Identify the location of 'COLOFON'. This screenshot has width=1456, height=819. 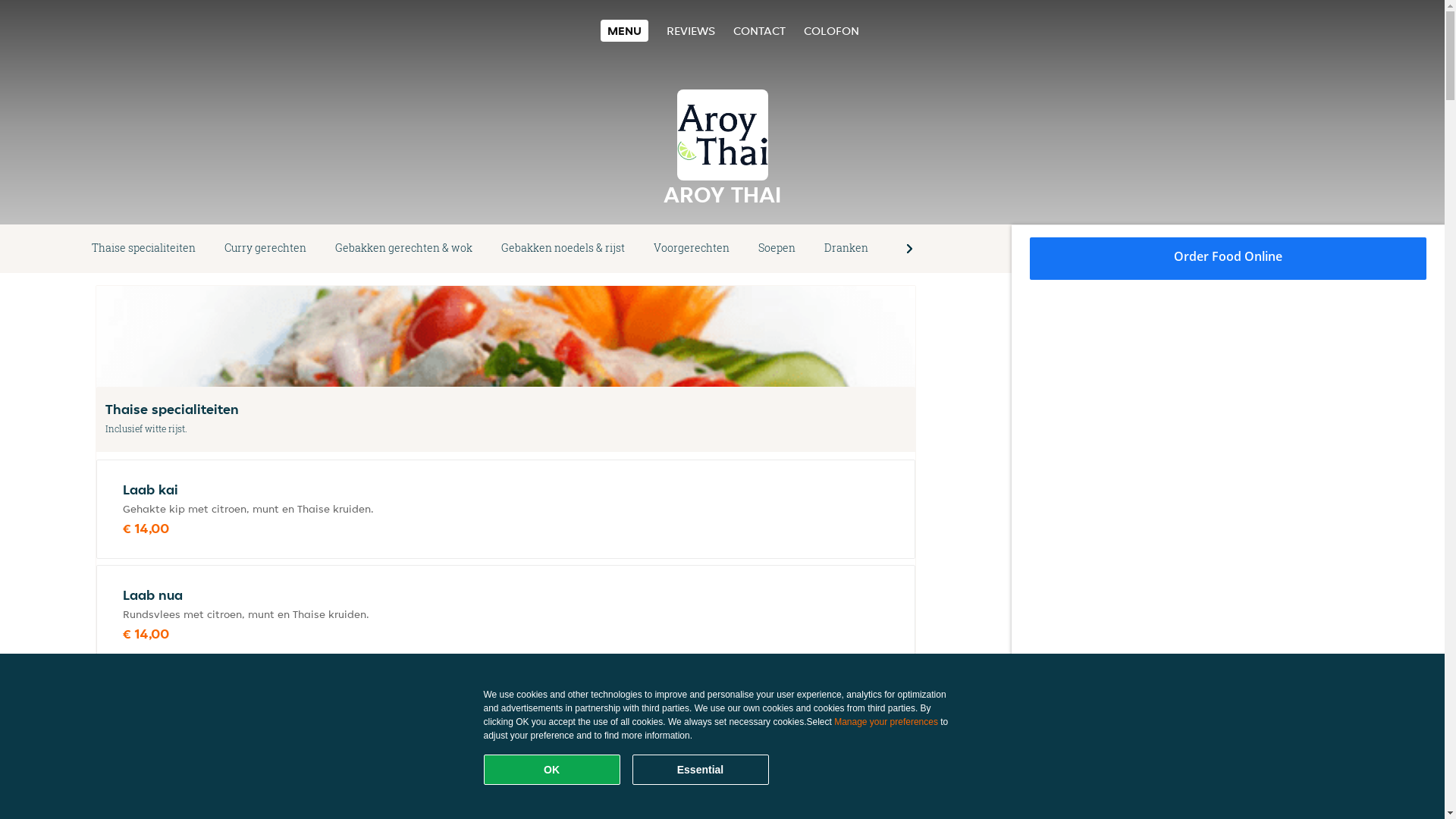
(830, 30).